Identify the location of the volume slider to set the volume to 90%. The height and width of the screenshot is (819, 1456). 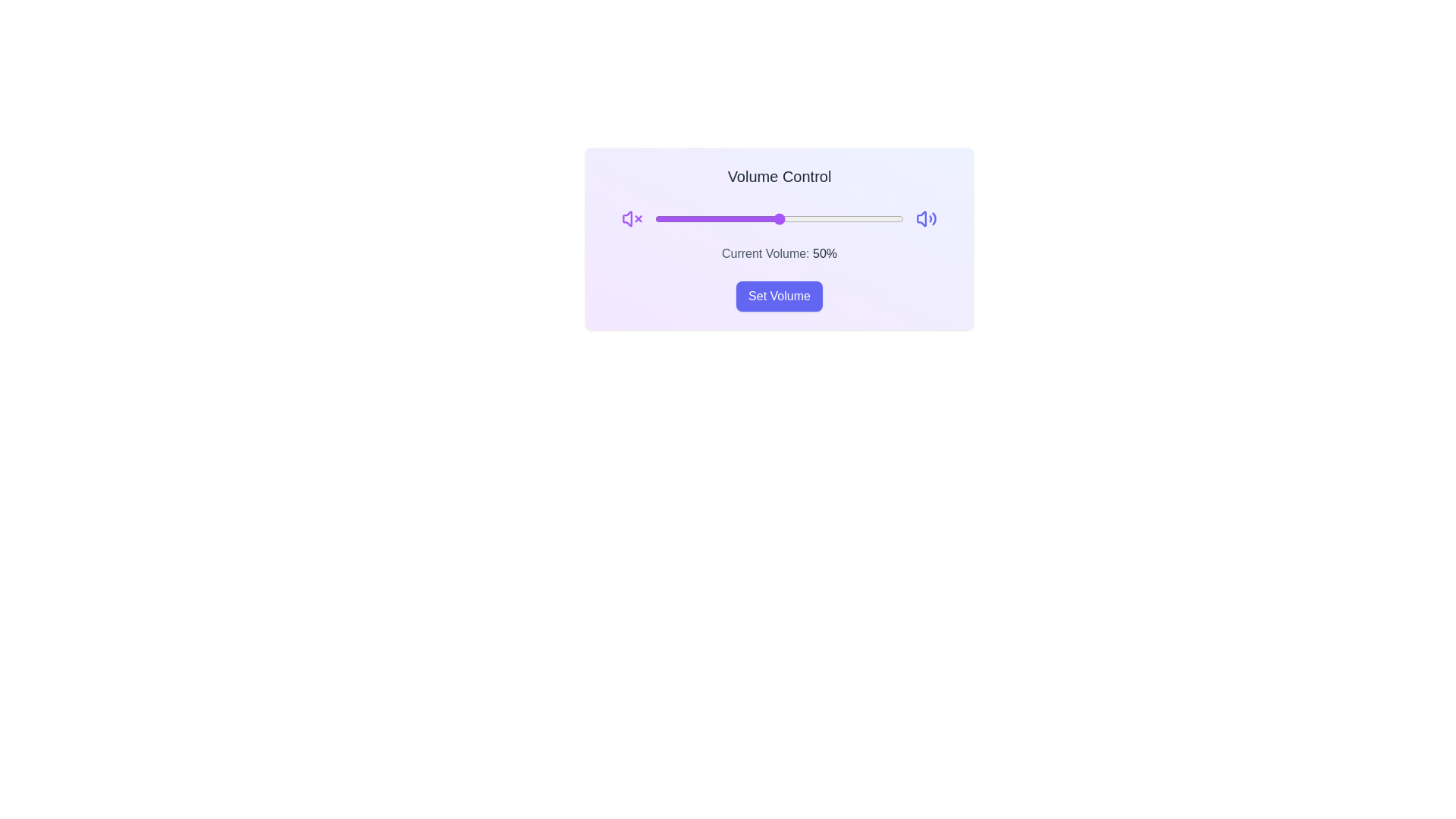
(878, 219).